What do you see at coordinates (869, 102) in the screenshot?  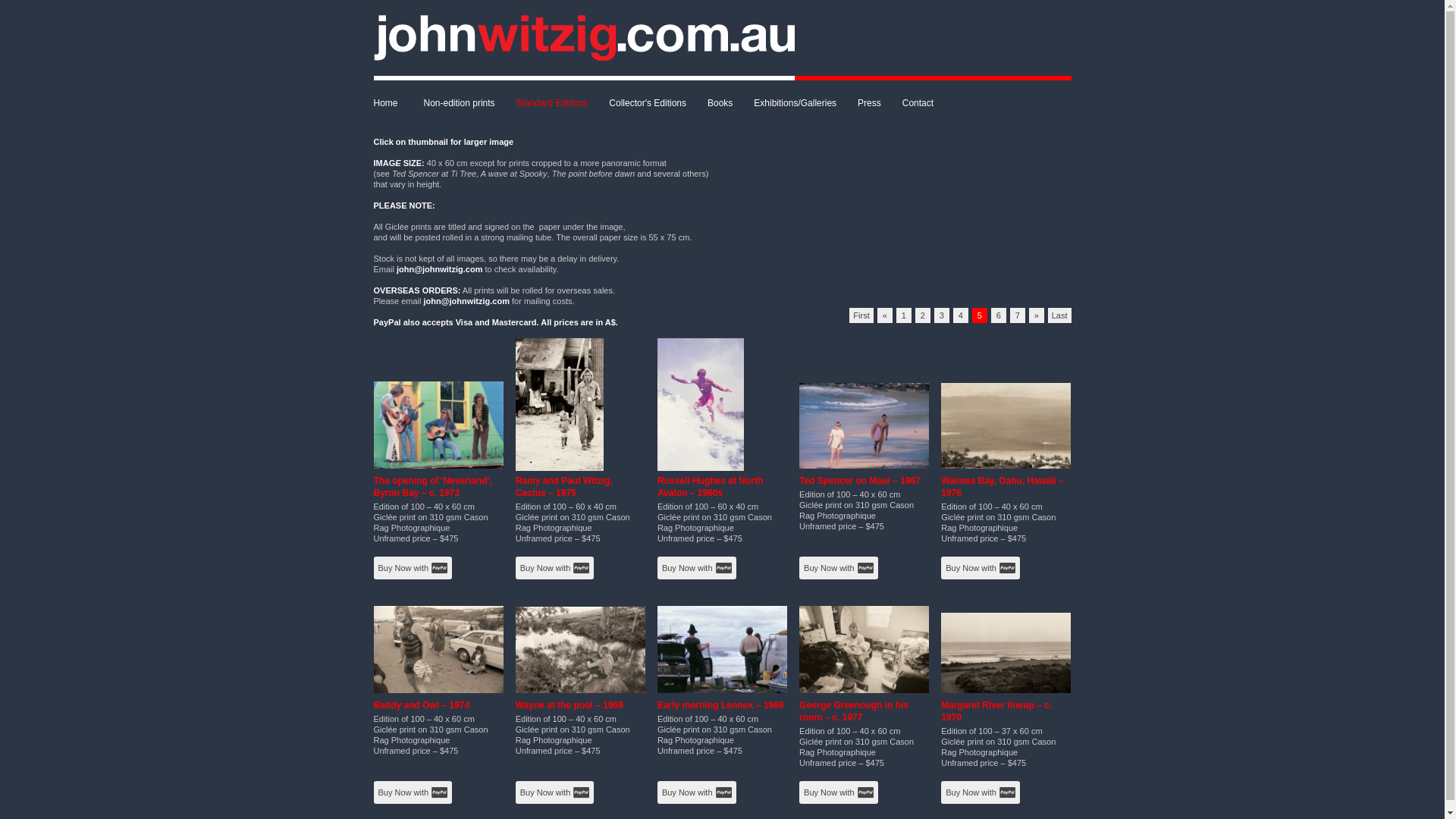 I see `'Press'` at bounding box center [869, 102].